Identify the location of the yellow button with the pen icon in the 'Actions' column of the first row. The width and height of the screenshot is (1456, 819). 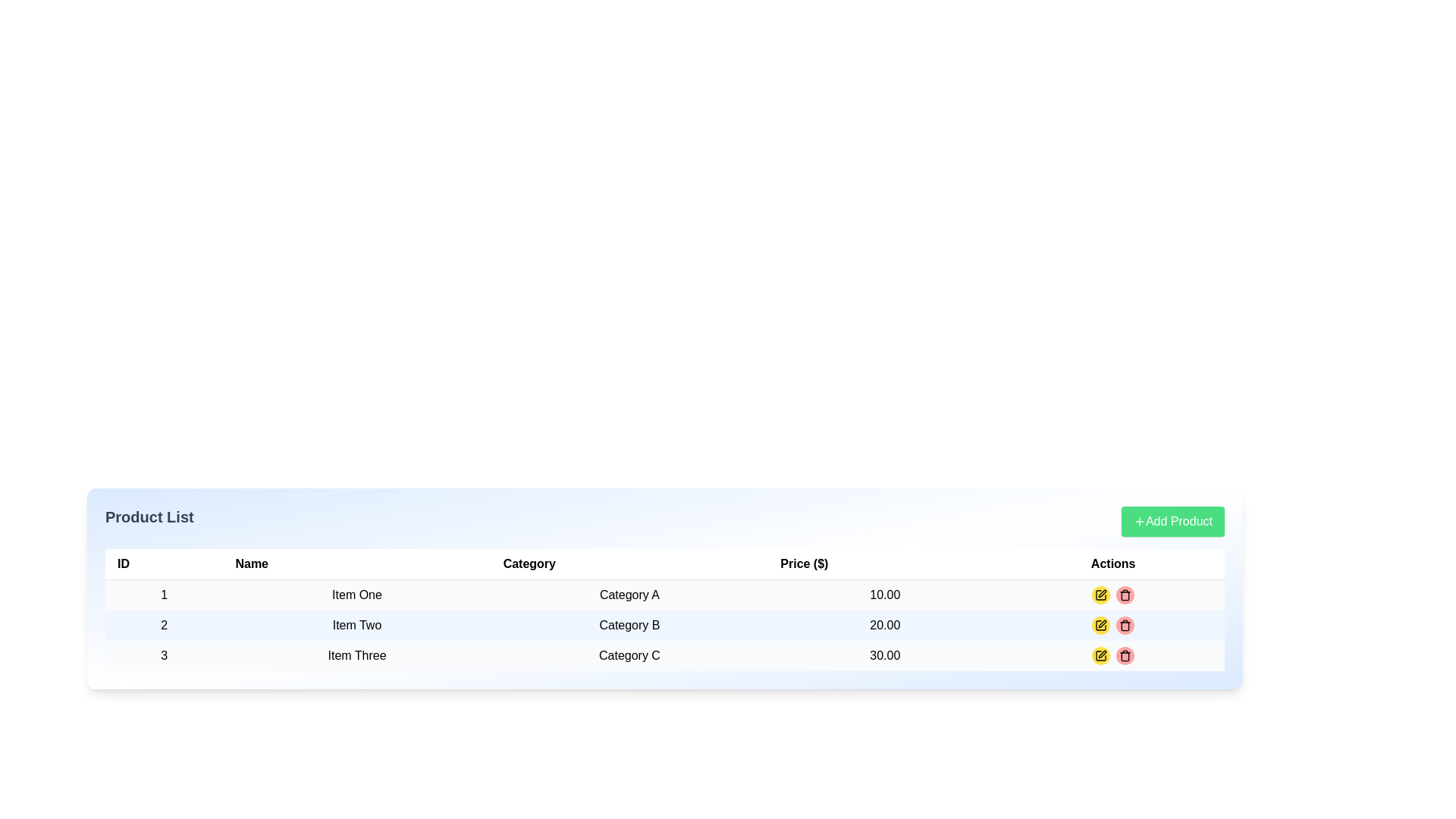
(1113, 595).